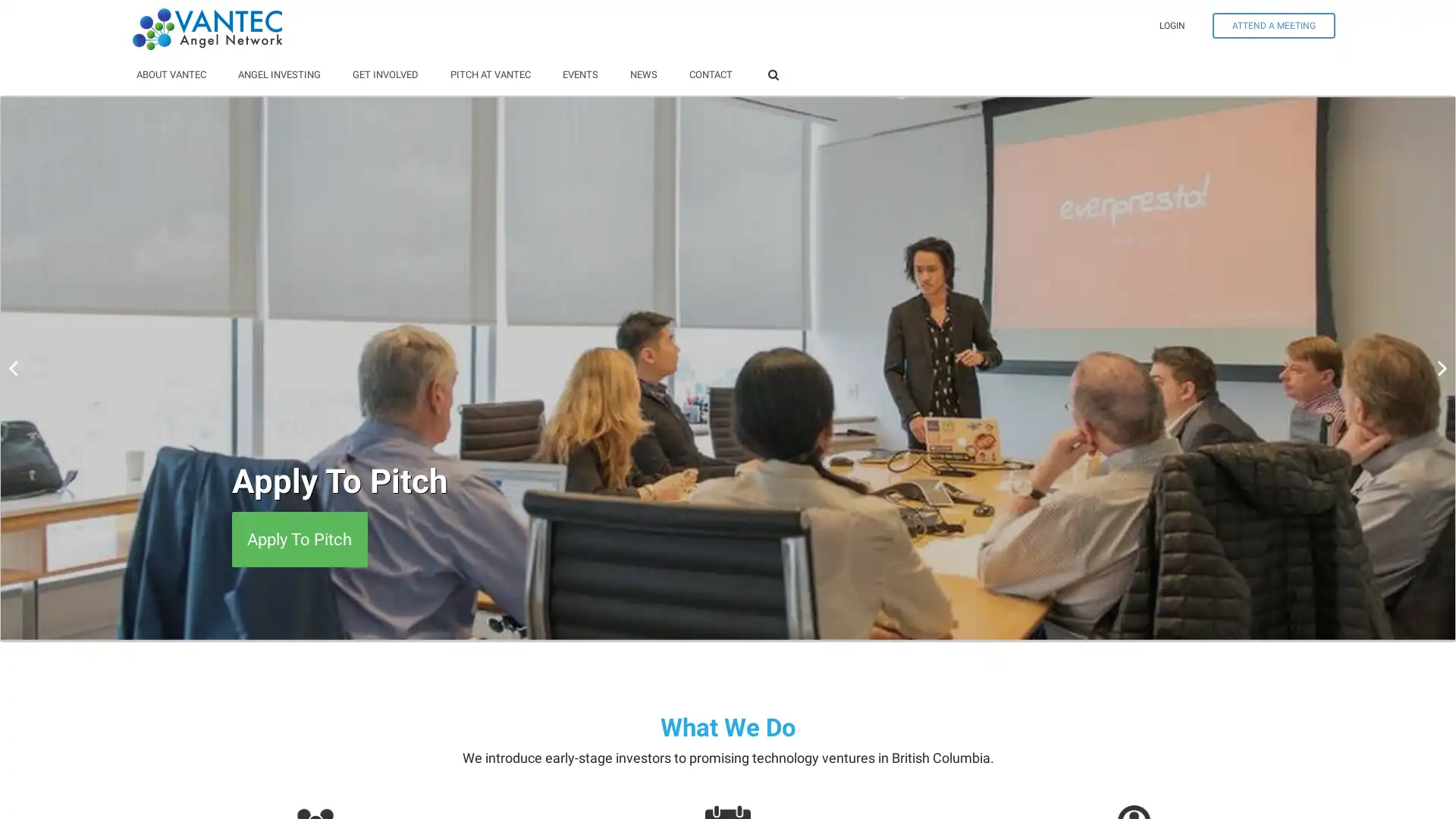 Image resolution: width=1456 pixels, height=819 pixels. What do you see at coordinates (289, 538) in the screenshot?
I see `Learn More` at bounding box center [289, 538].